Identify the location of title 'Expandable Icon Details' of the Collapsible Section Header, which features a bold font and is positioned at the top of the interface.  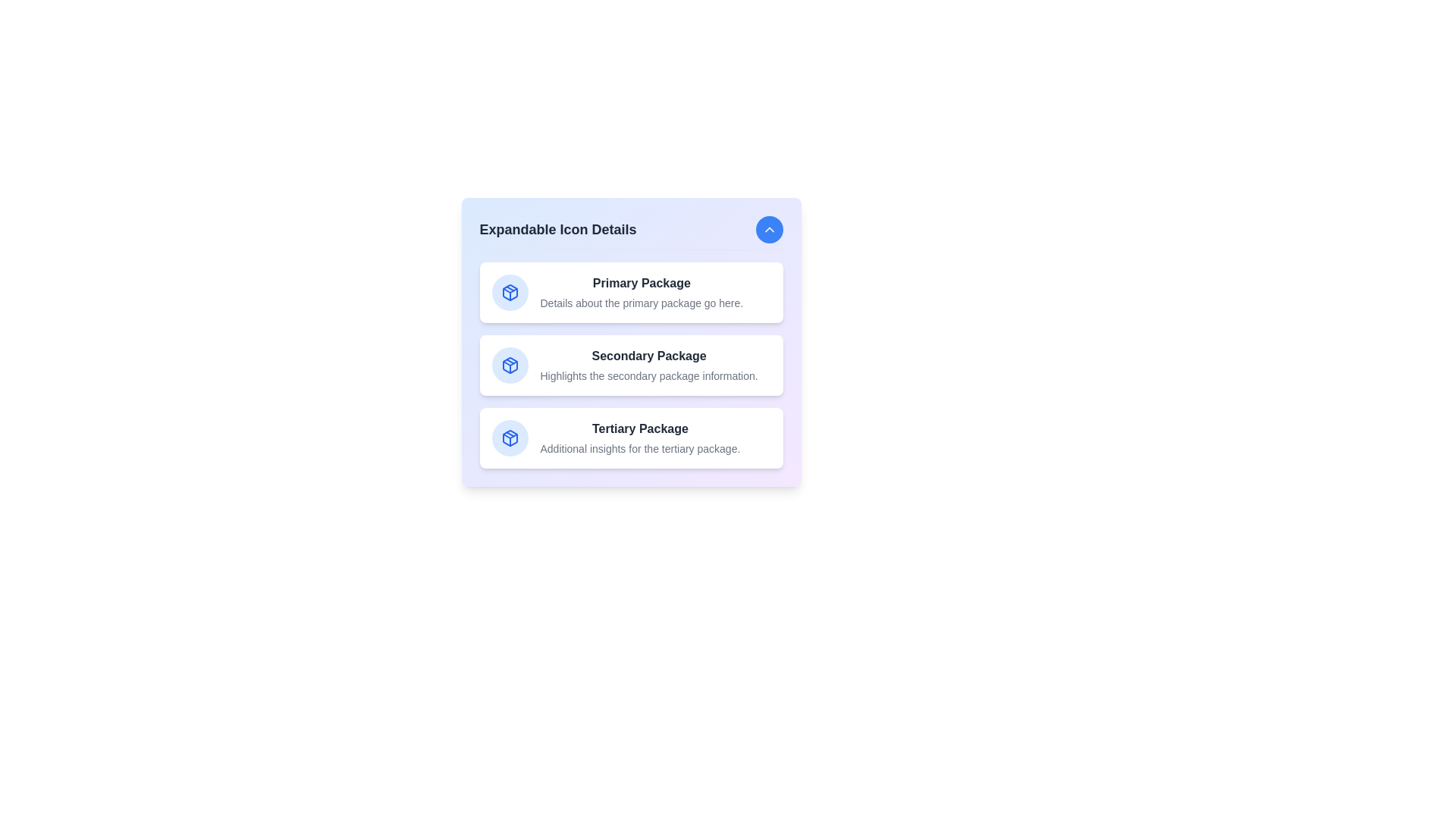
(631, 233).